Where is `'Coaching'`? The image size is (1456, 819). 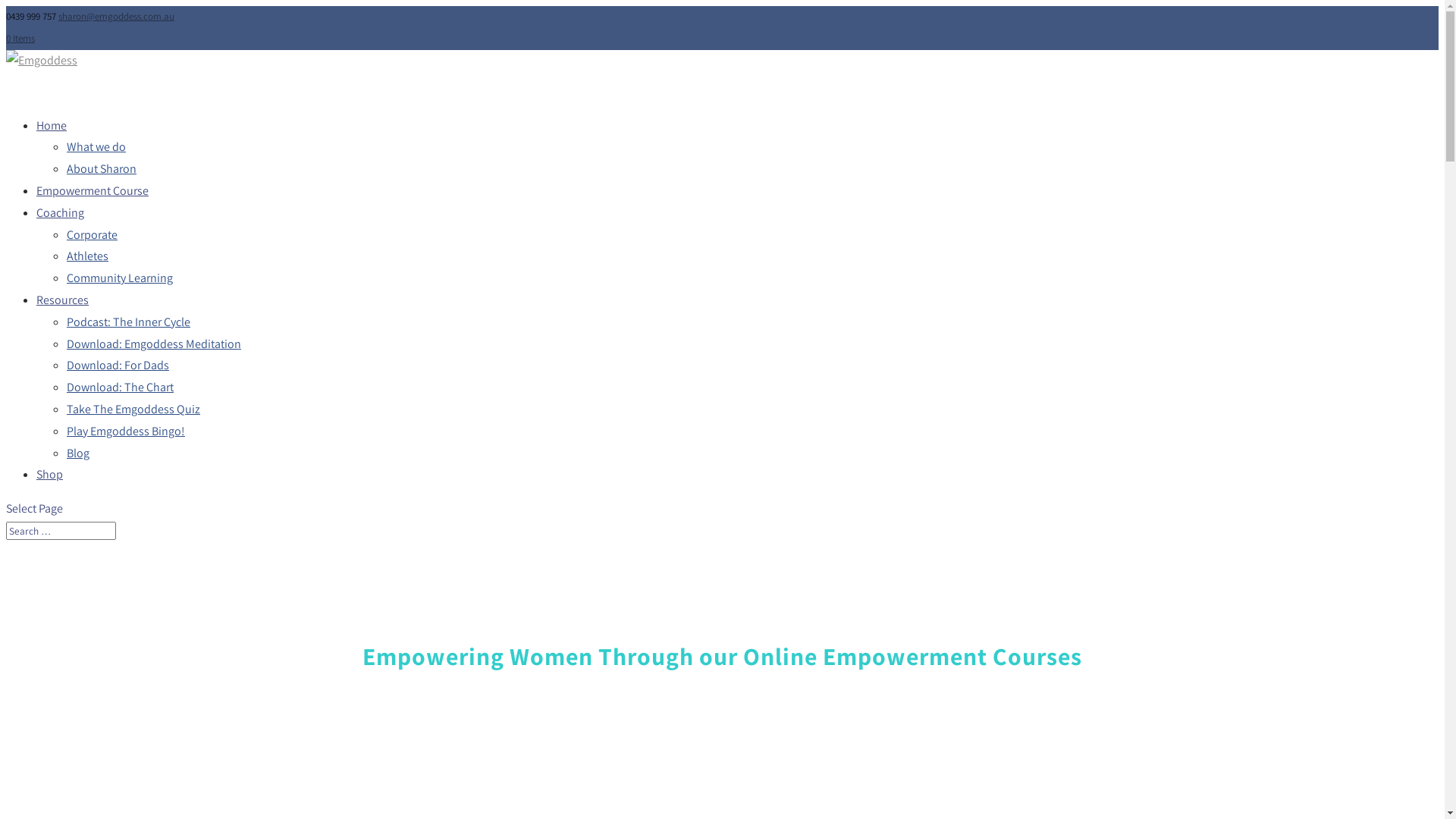 'Coaching' is located at coordinates (60, 217).